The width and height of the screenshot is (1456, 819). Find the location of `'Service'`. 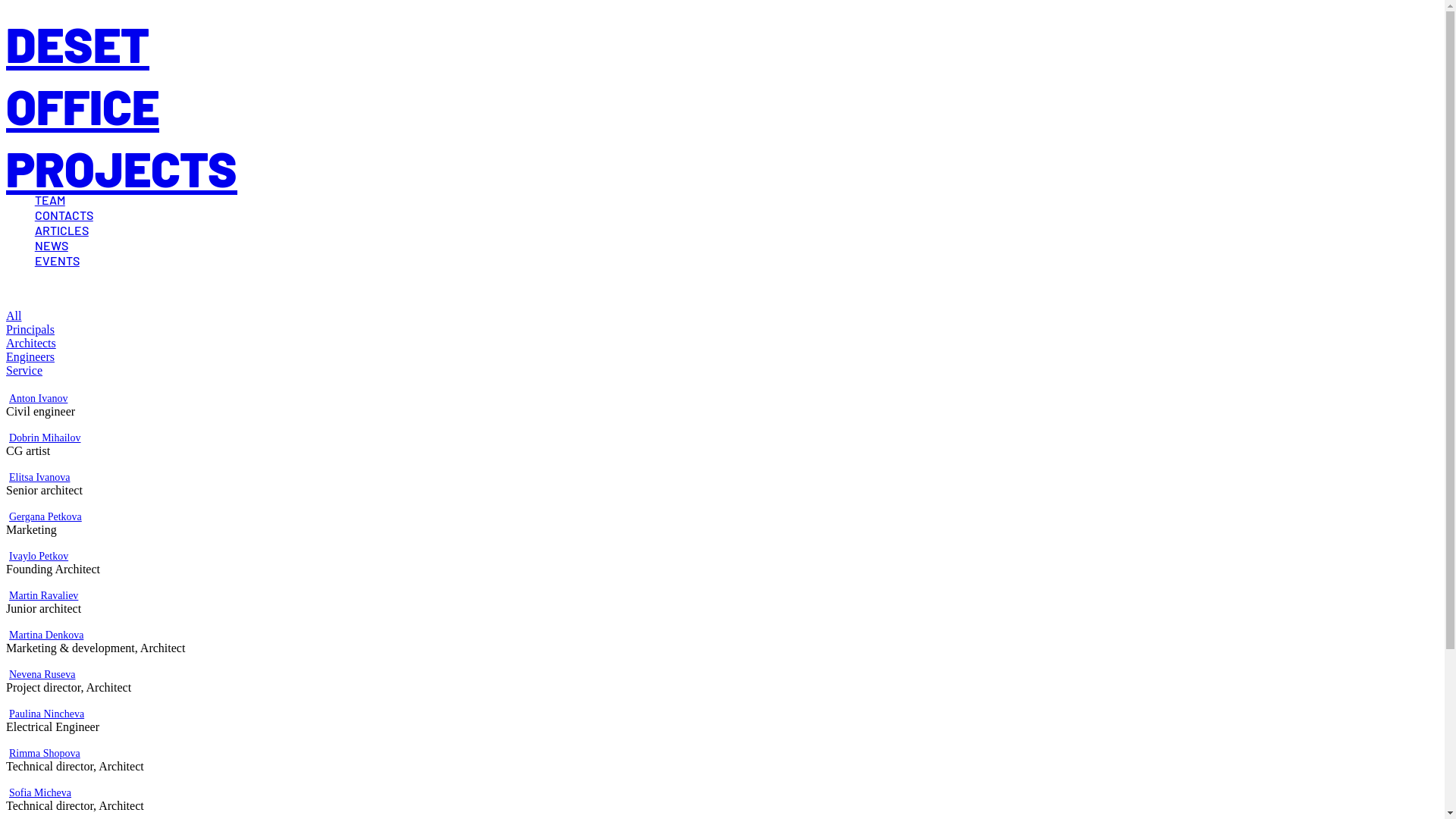

'Service' is located at coordinates (24, 370).